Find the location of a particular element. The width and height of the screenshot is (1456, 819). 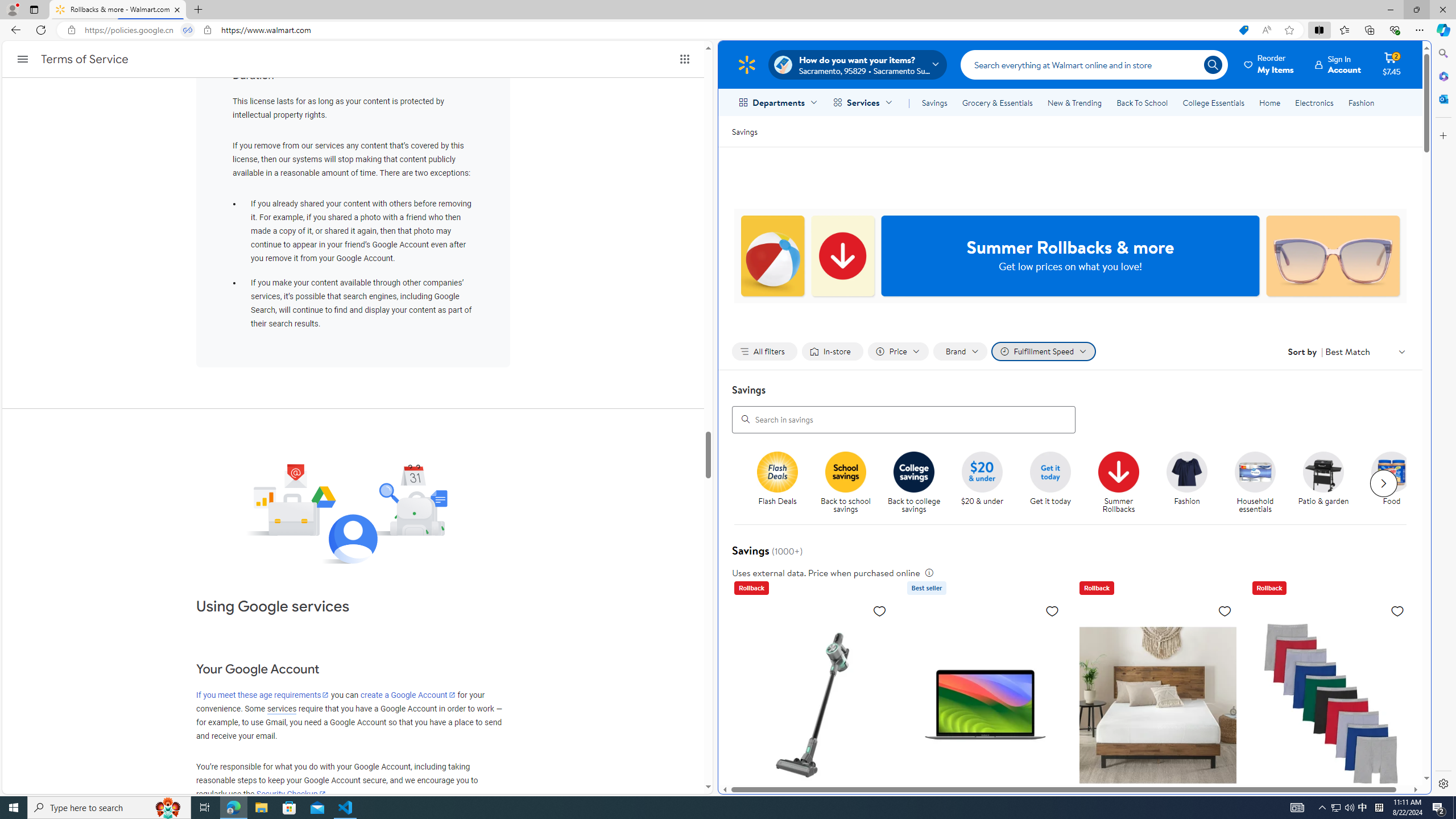

'Filter by Price not applied, activate to change' is located at coordinates (897, 351).